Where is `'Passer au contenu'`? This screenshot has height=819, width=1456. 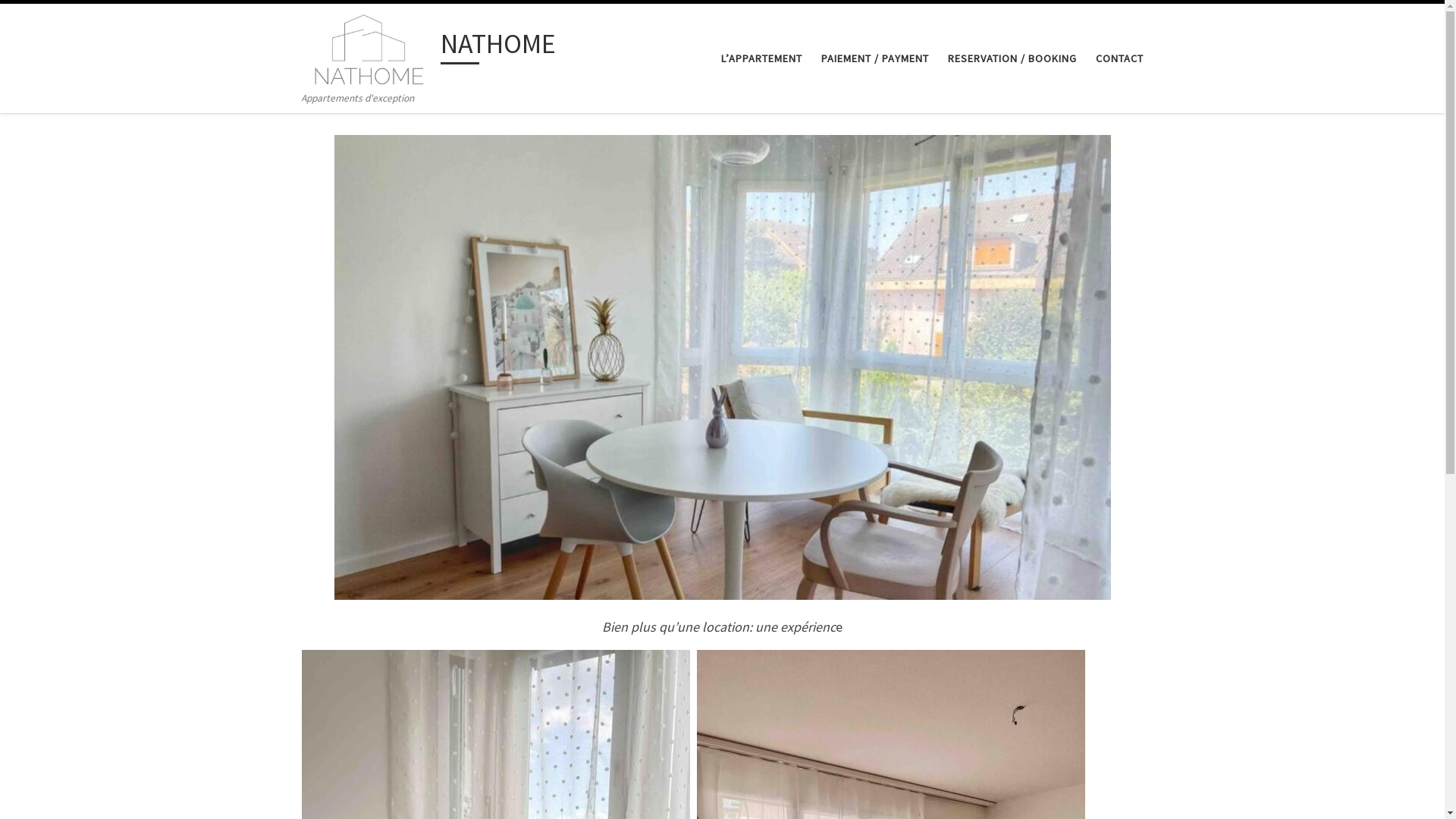
'Passer au contenu' is located at coordinates (64, 20).